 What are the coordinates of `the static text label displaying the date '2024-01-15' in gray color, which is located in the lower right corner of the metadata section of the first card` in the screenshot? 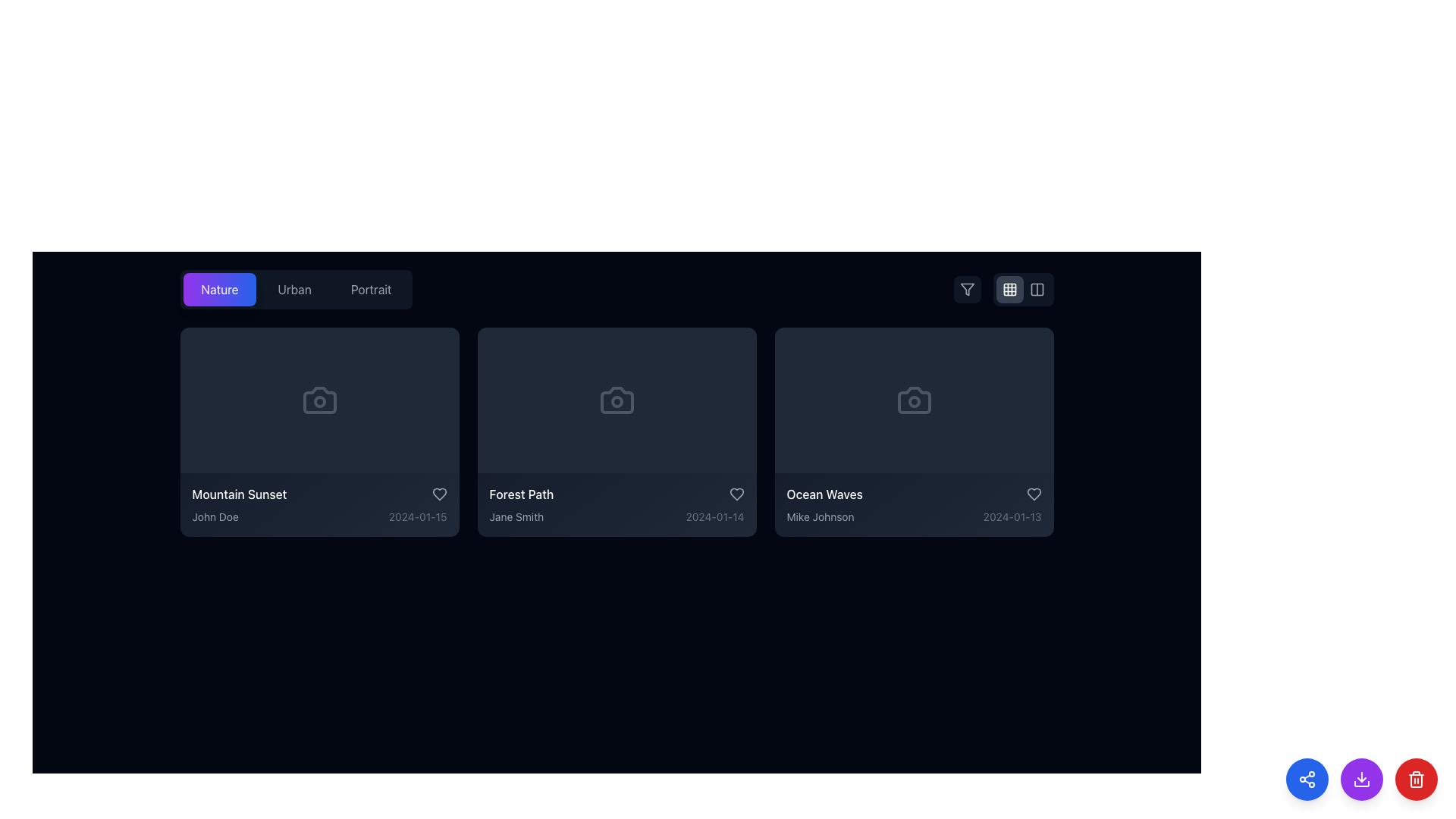 It's located at (418, 516).